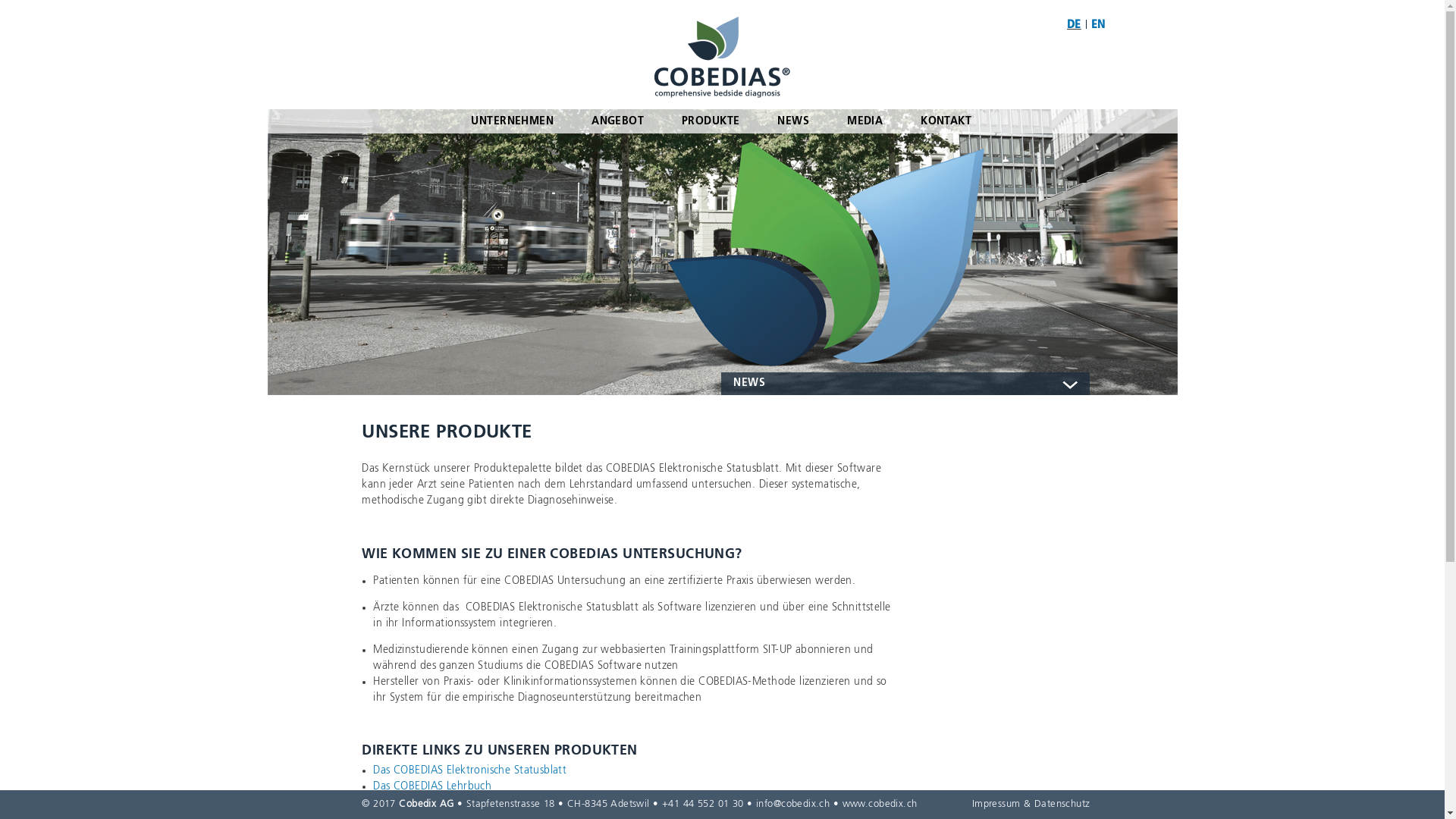 Image resolution: width=1456 pixels, height=819 pixels. What do you see at coordinates (431, 786) in the screenshot?
I see `'Das COBEDIAS Lehrbuch'` at bounding box center [431, 786].